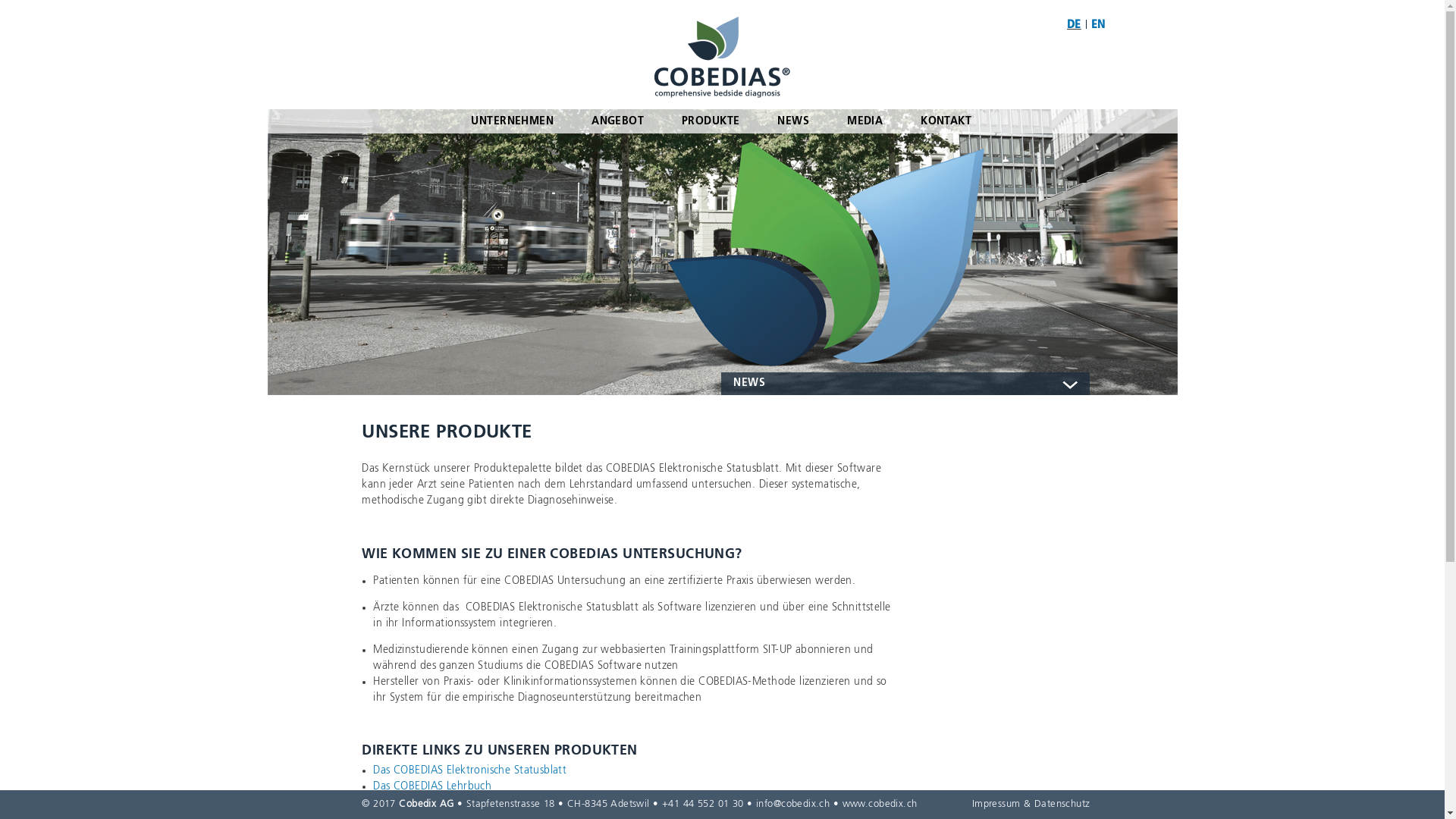 Image resolution: width=1456 pixels, height=819 pixels. What do you see at coordinates (431, 786) in the screenshot?
I see `'Das COBEDIAS Lehrbuch'` at bounding box center [431, 786].